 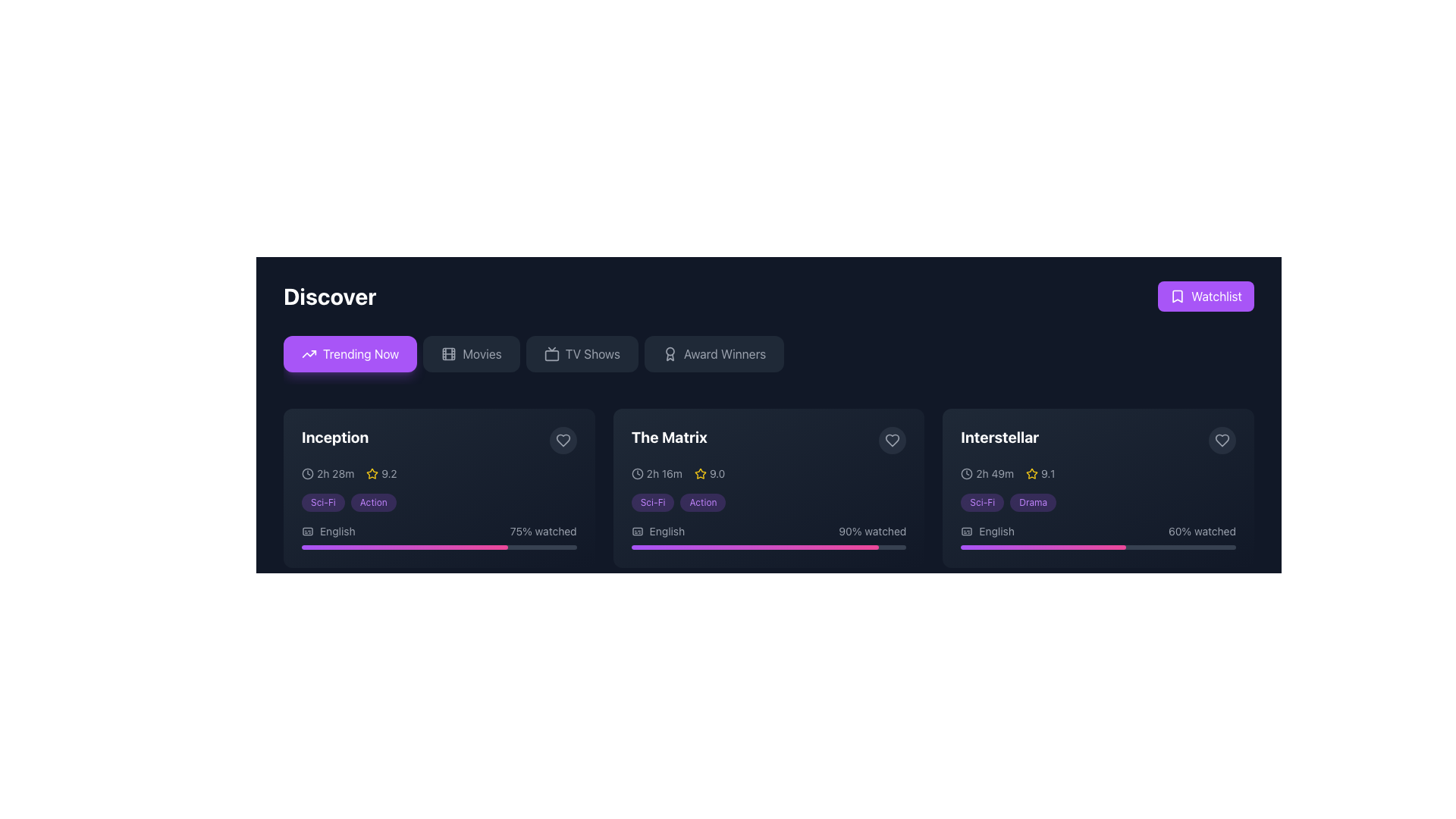 What do you see at coordinates (334, 472) in the screenshot?
I see `the Text Label displaying the duration of the movie 'Inception', which is located to the right of the clock icon in the first card of the movie list` at bounding box center [334, 472].